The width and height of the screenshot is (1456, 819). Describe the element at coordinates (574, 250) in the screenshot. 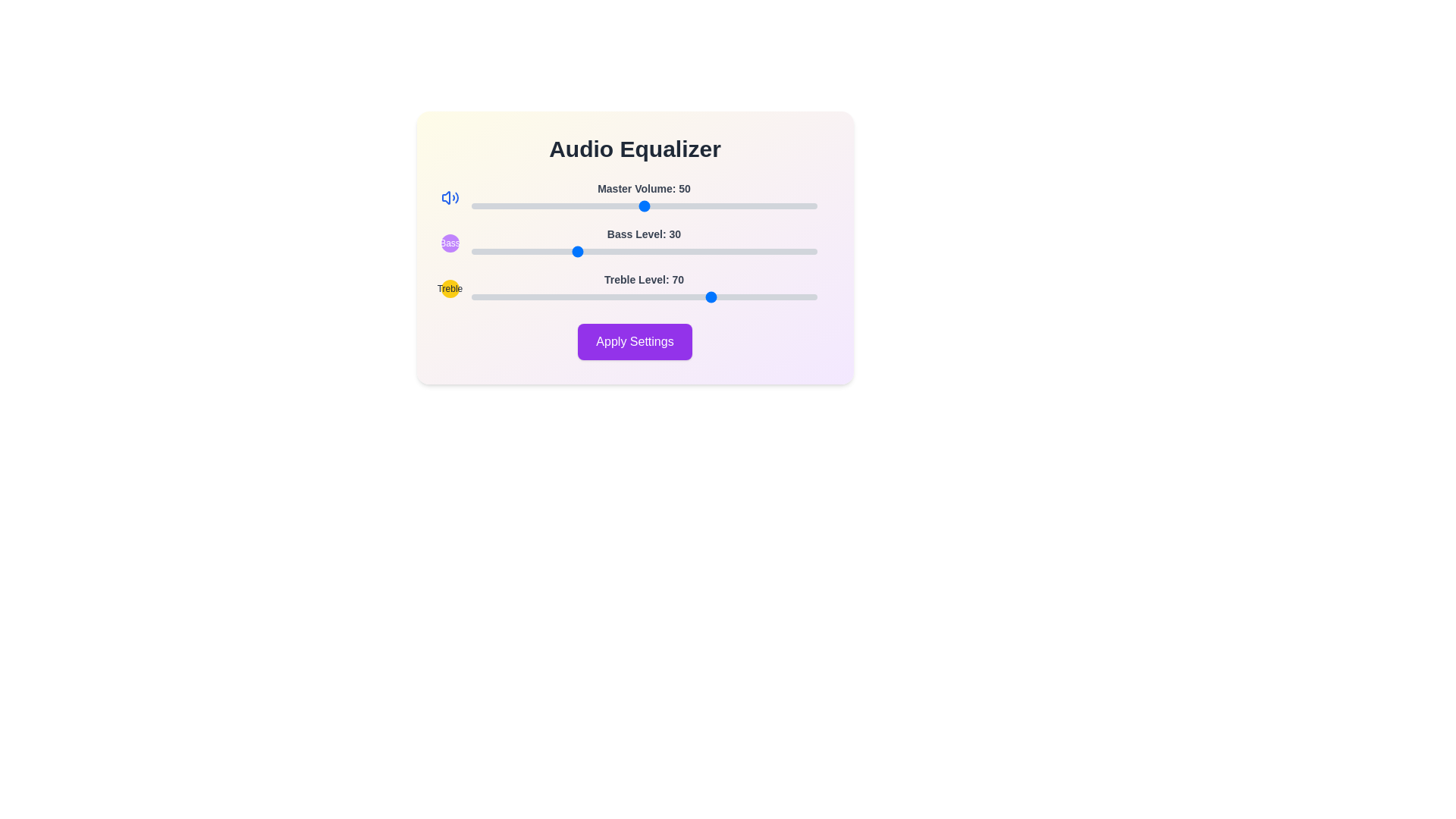

I see `bass level` at that location.